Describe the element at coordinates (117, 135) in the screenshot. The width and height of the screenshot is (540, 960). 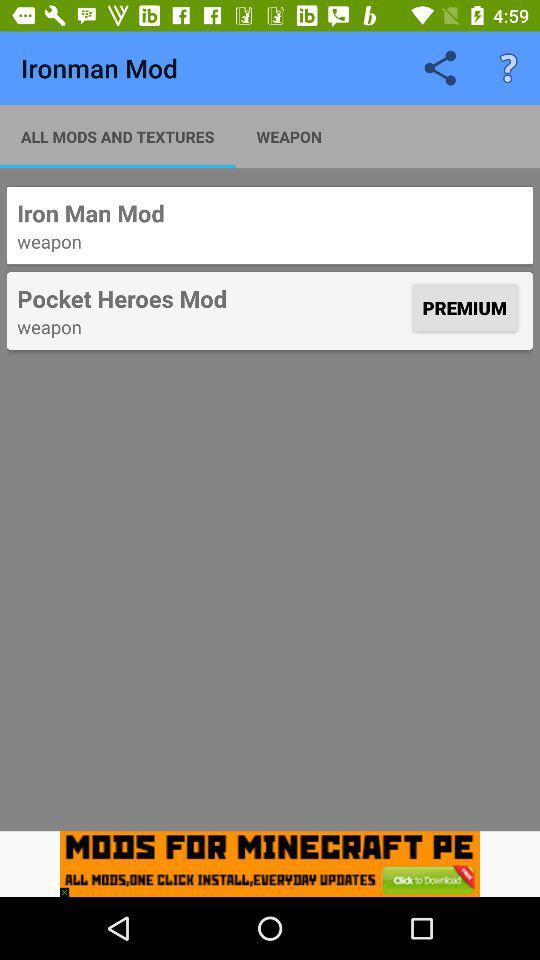
I see `the item next to weapon item` at that location.